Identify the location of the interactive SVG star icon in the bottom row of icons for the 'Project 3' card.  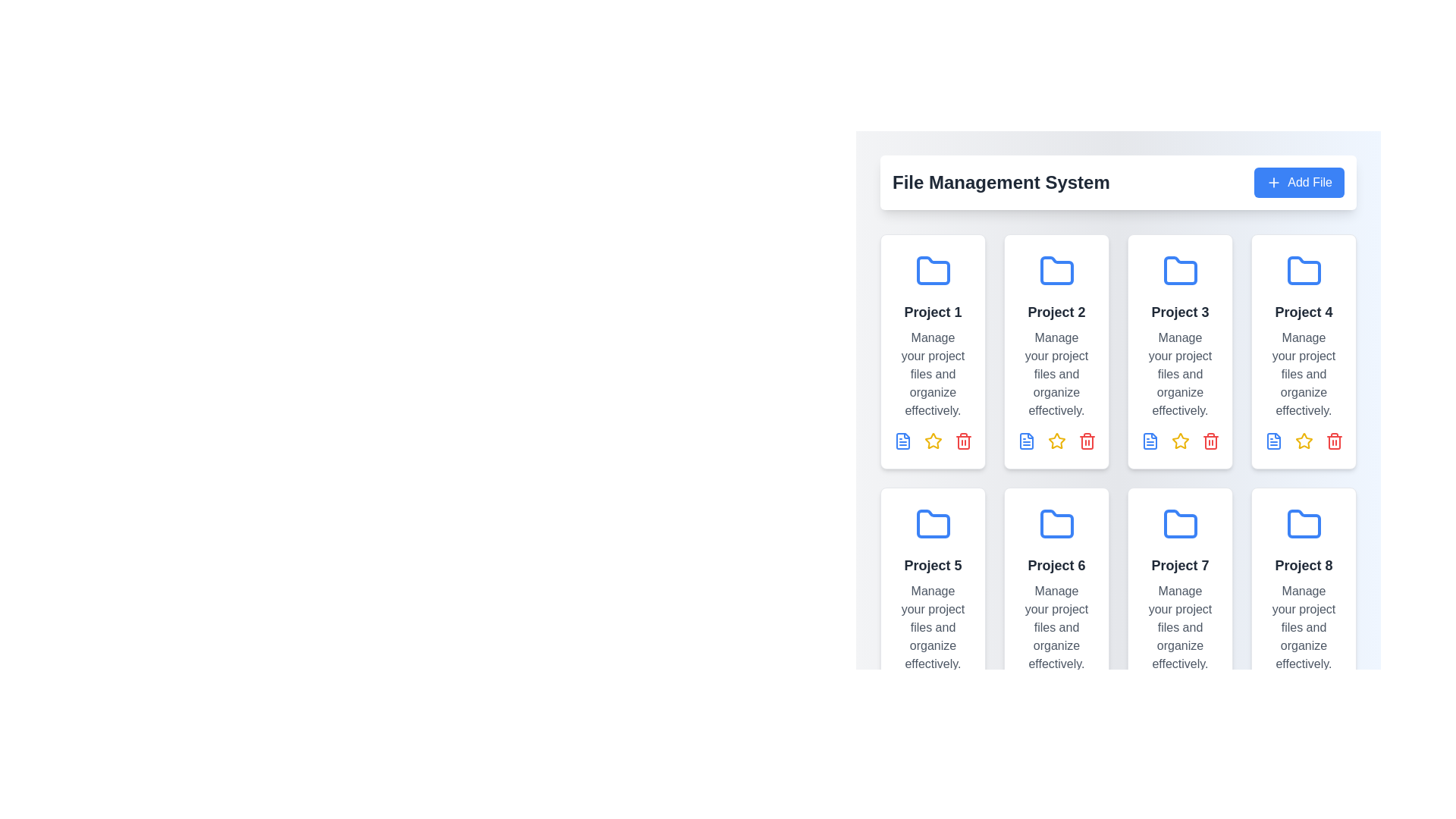
(1179, 441).